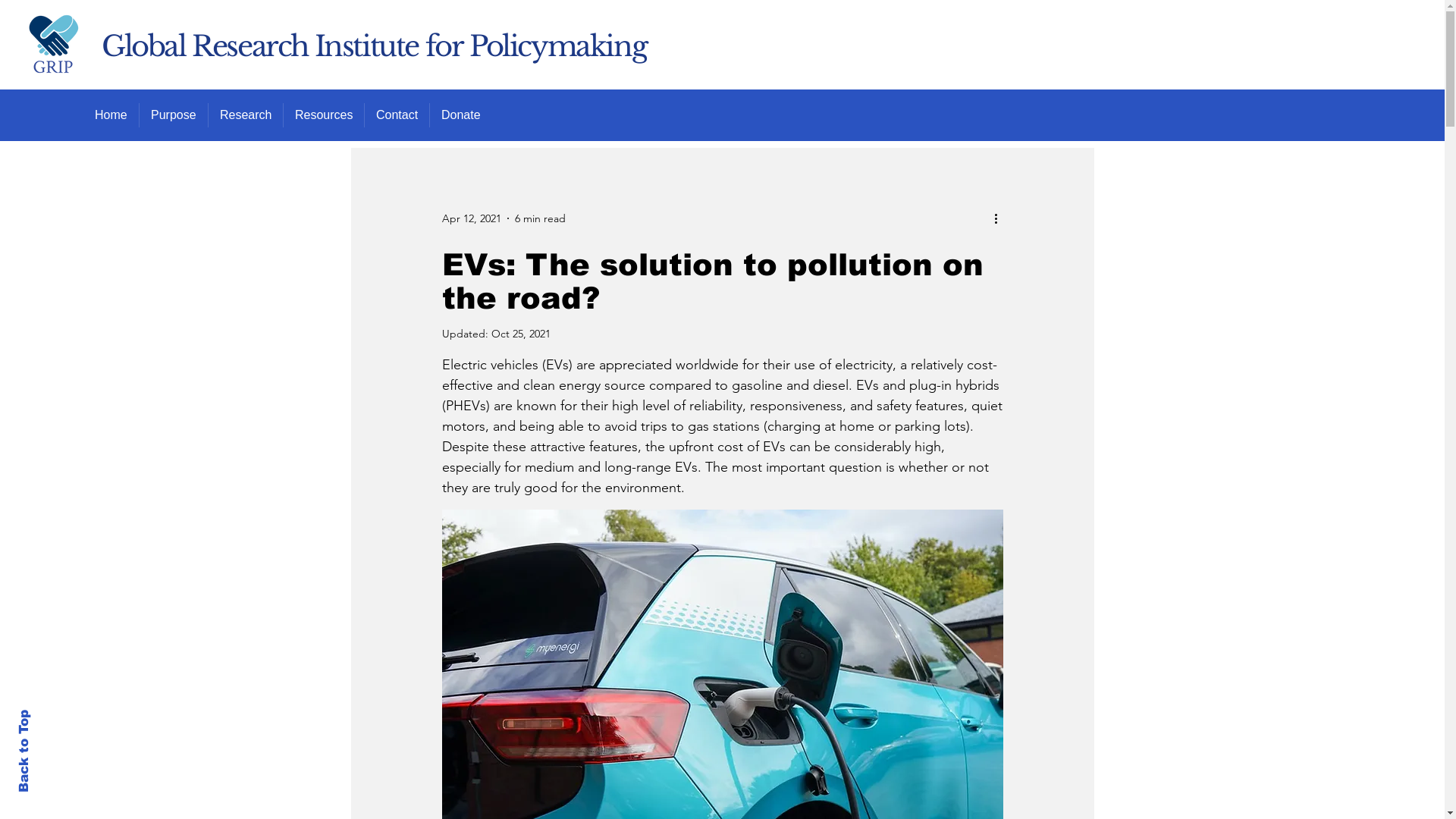 This screenshot has height=819, width=1456. Describe the element at coordinates (110, 114) in the screenshot. I see `'Home'` at that location.